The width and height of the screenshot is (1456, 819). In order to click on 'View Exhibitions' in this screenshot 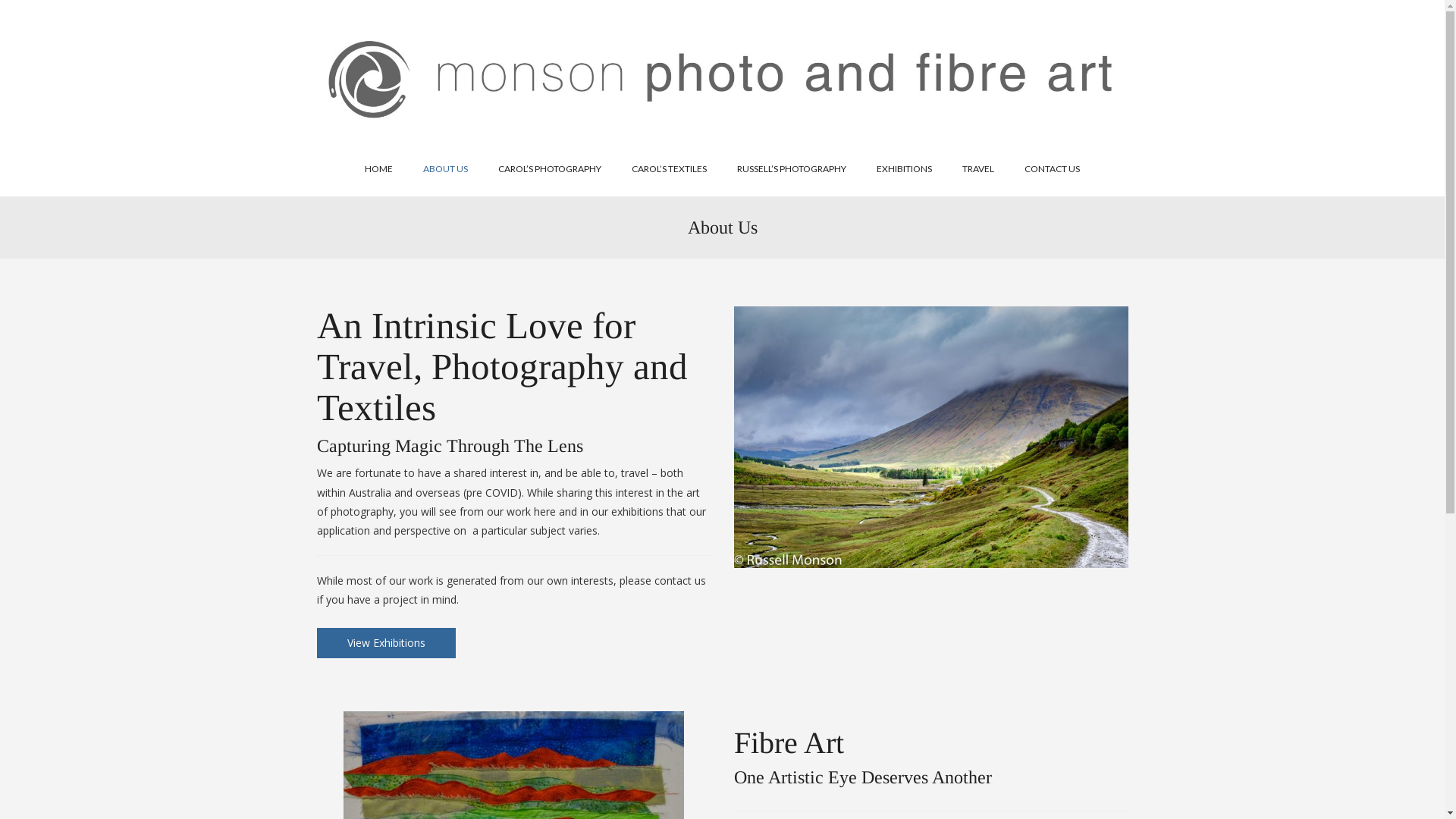, I will do `click(386, 643)`.